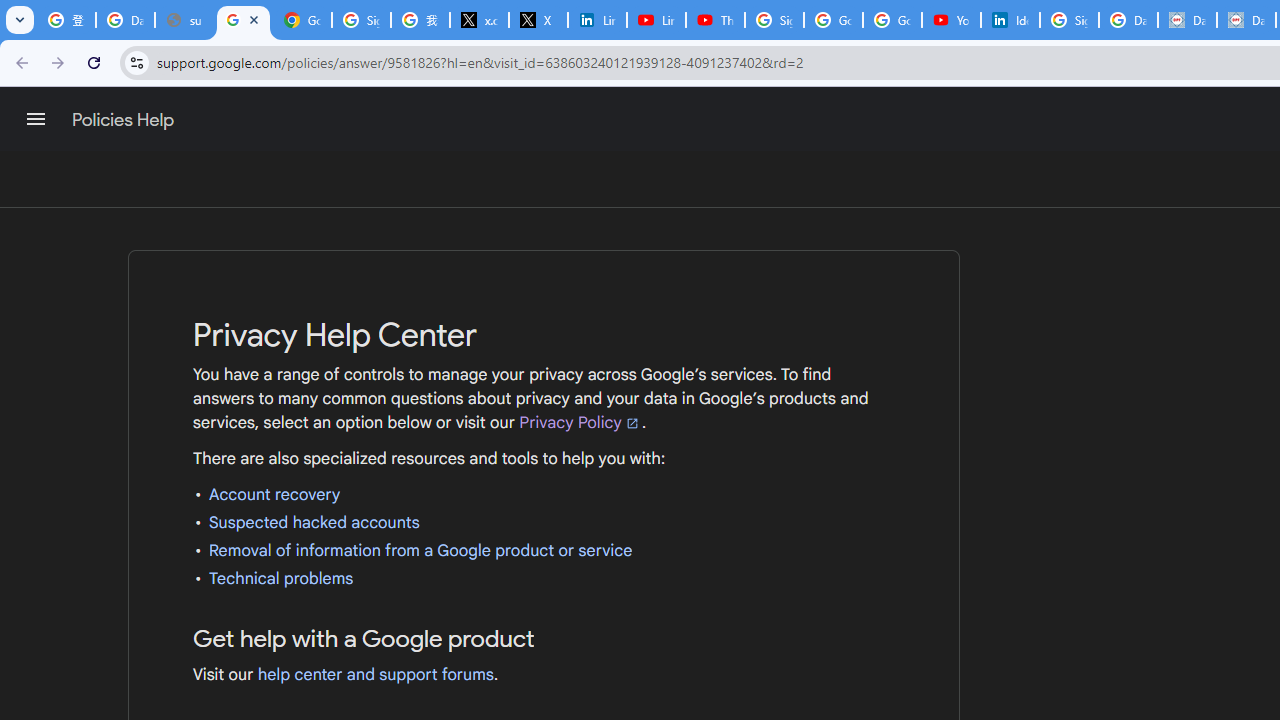 The image size is (1280, 720). What do you see at coordinates (420, 550) in the screenshot?
I see `'Removal of information from a Google product or service'` at bounding box center [420, 550].